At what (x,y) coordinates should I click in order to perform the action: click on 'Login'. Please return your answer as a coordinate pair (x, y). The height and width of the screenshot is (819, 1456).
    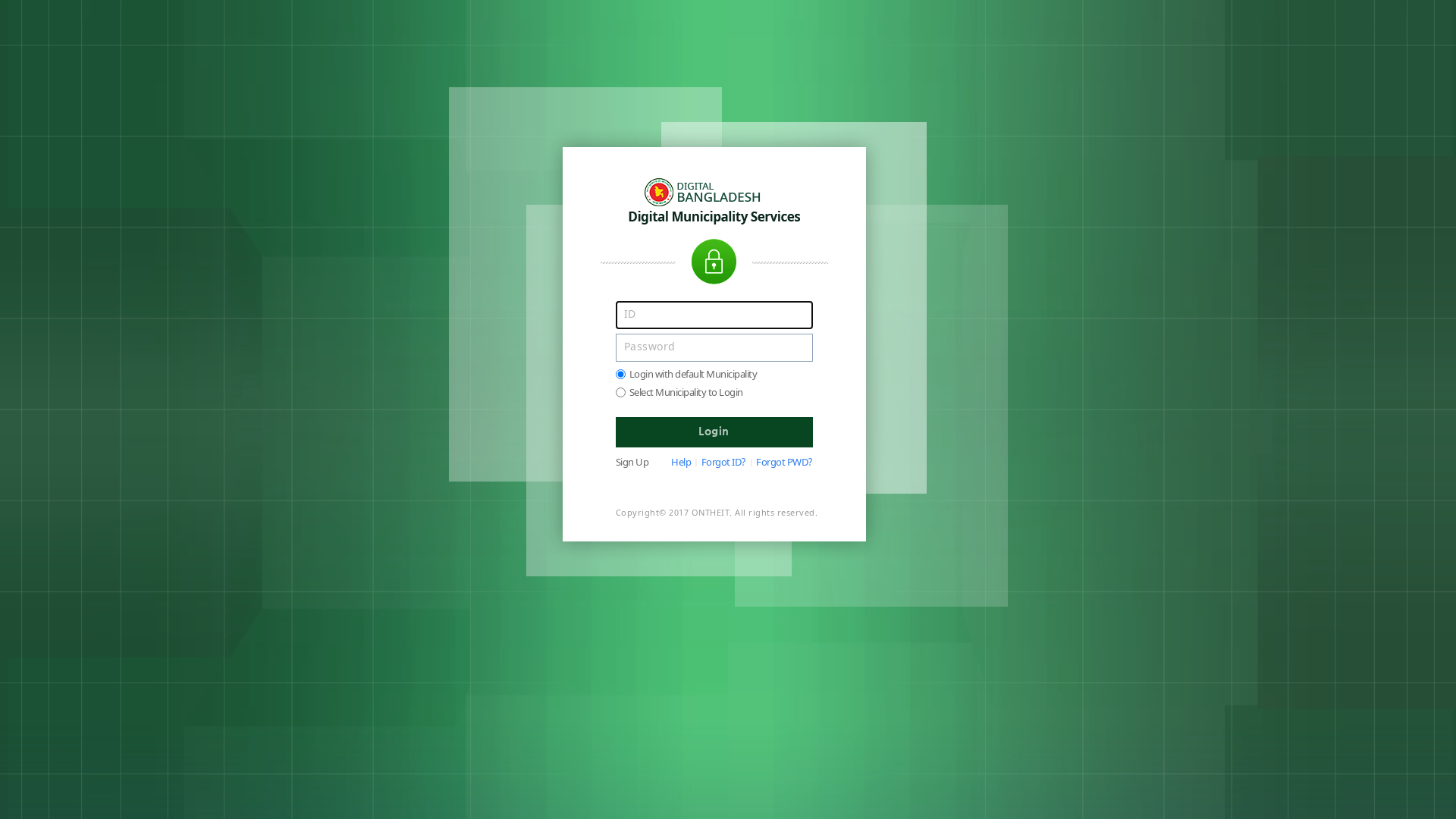
    Looking at the image, I should click on (713, 432).